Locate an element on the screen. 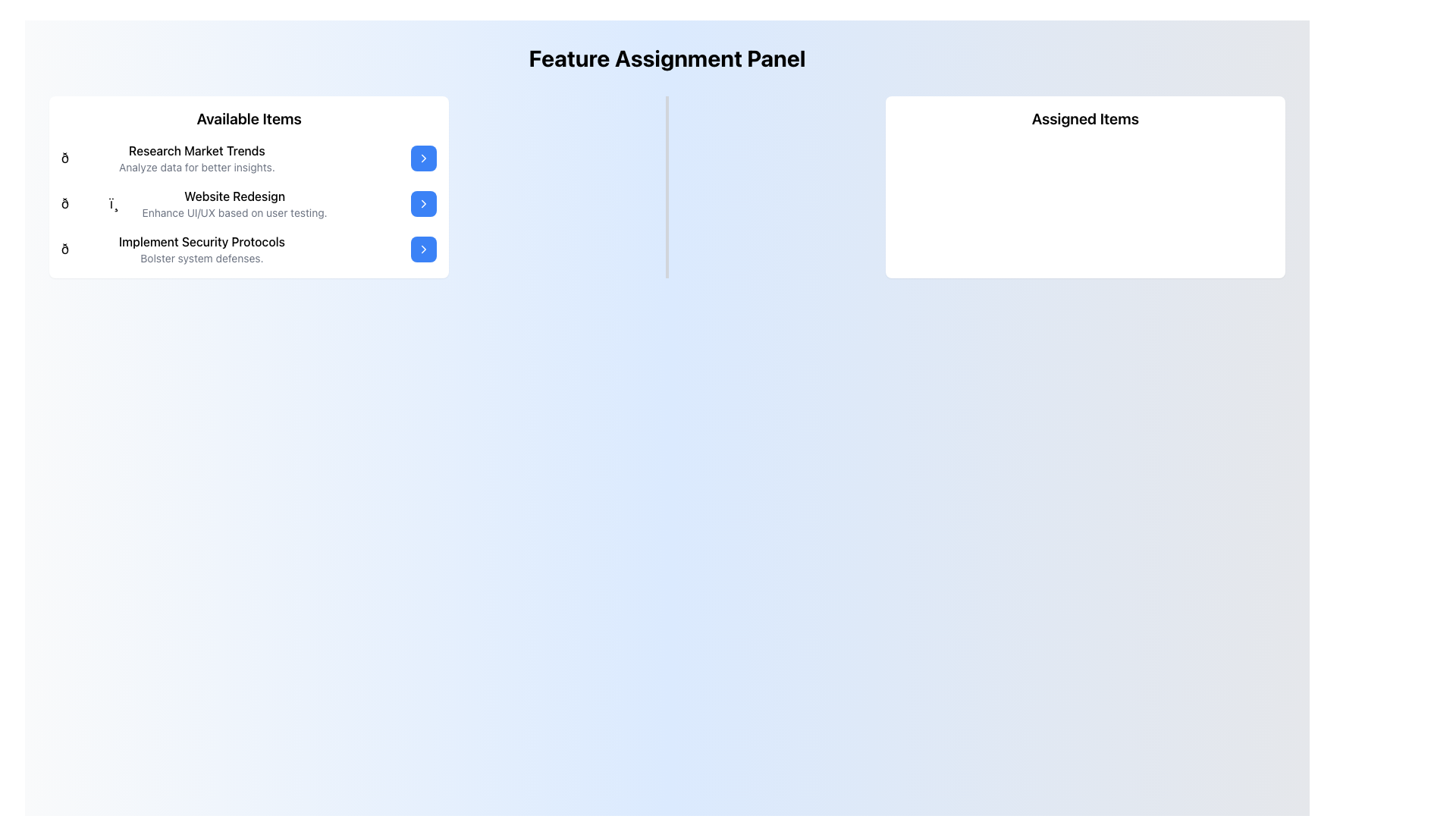 The width and height of the screenshot is (1456, 819). the Header text label that serves as a title for the items listed below, positioned at the top of the white rounded box panel is located at coordinates (249, 118).